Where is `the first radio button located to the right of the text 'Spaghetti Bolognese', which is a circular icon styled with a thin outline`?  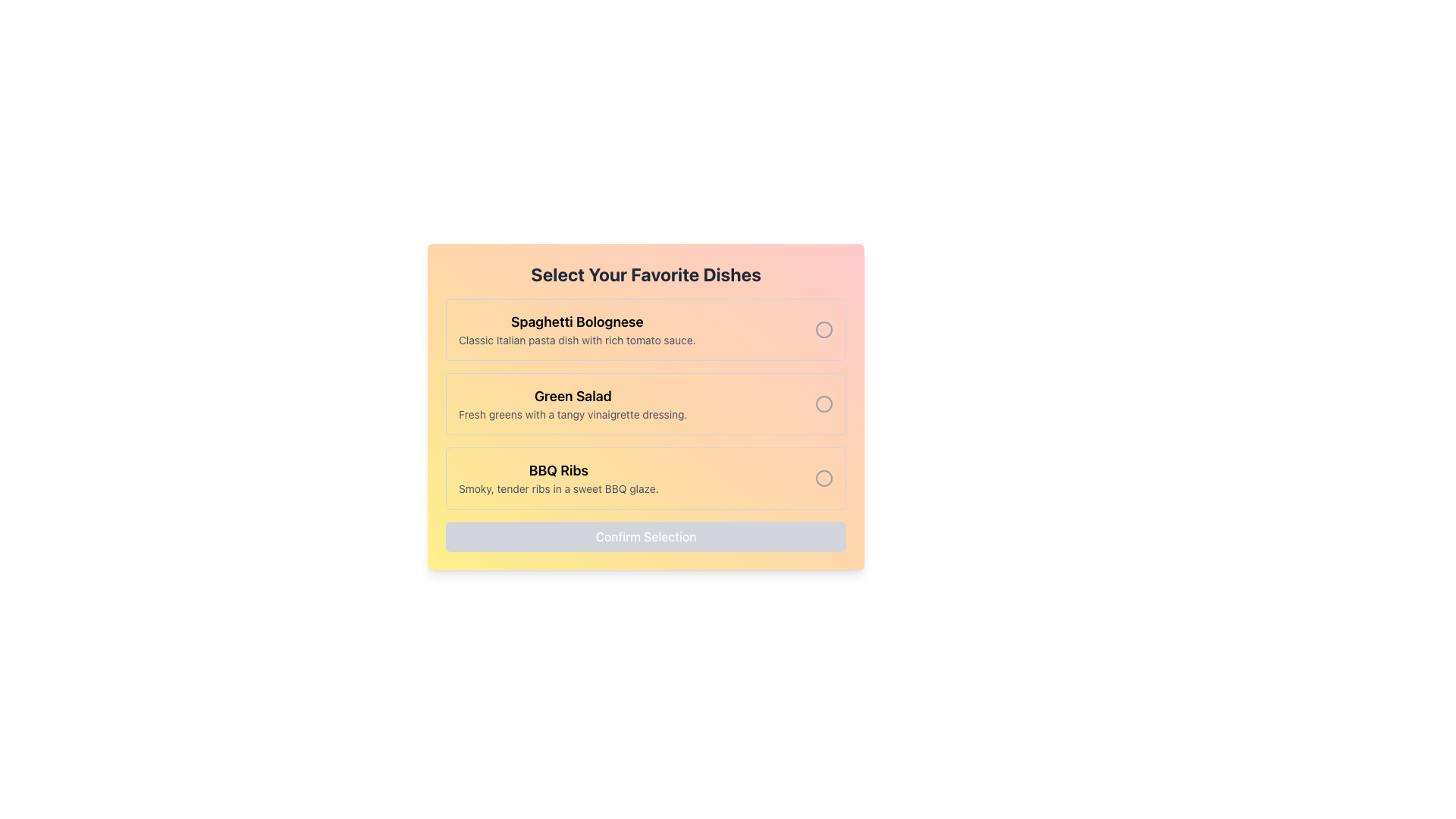 the first radio button located to the right of the text 'Spaghetti Bolognese', which is a circular icon styled with a thin outline is located at coordinates (823, 329).